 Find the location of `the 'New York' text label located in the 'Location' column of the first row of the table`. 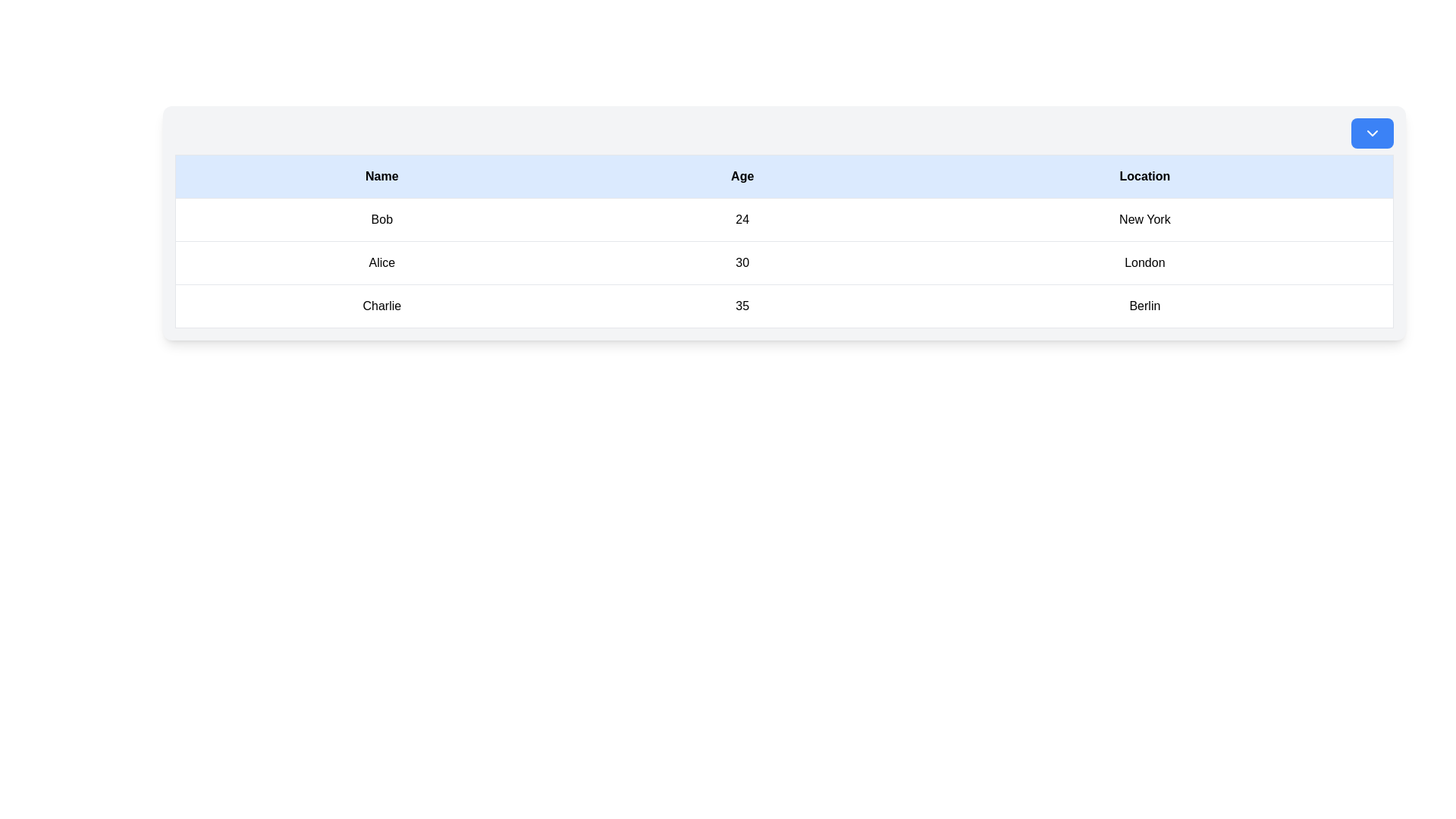

the 'New York' text label located in the 'Location' column of the first row of the table is located at coordinates (1145, 219).